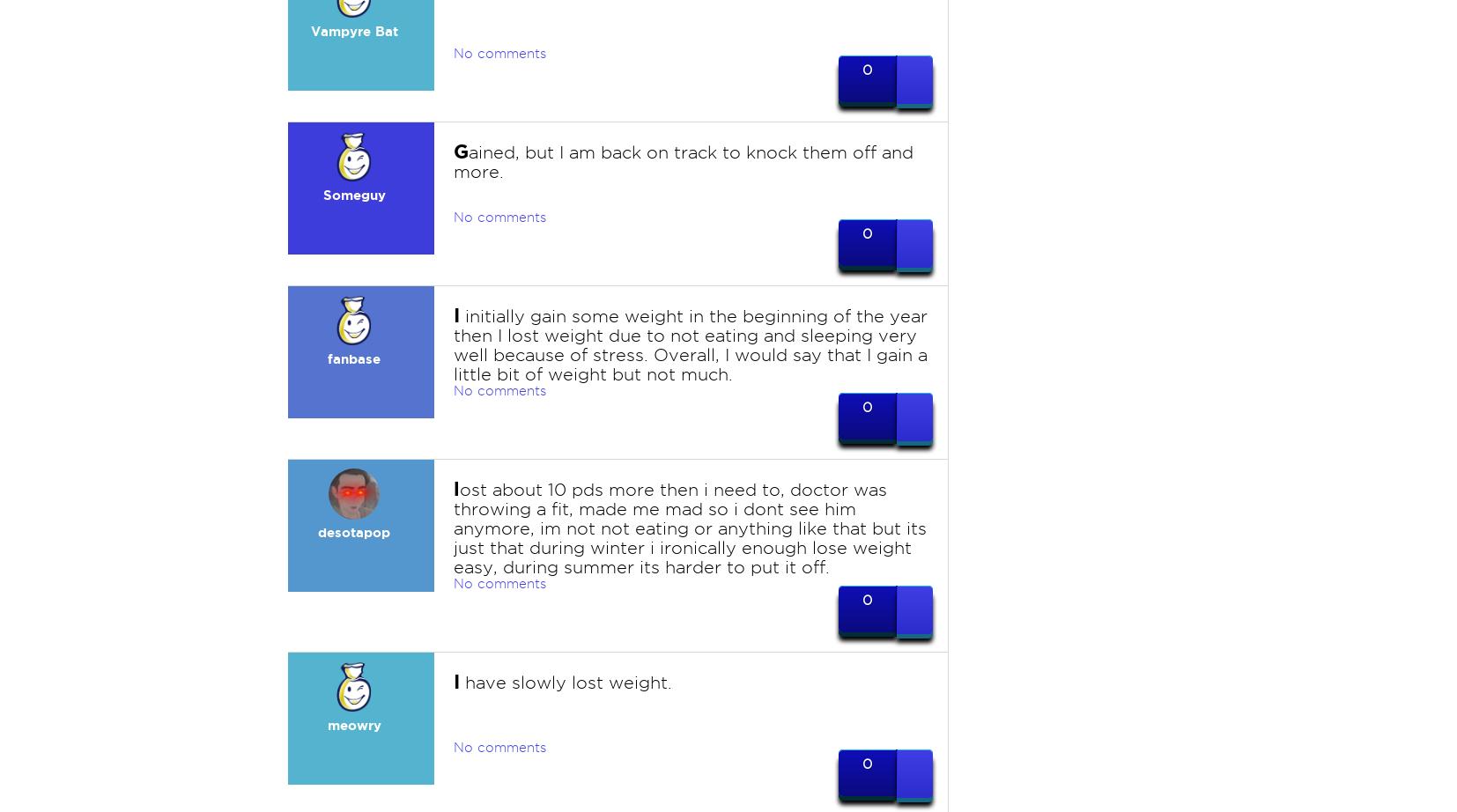  What do you see at coordinates (352, 195) in the screenshot?
I see `'Someguy'` at bounding box center [352, 195].